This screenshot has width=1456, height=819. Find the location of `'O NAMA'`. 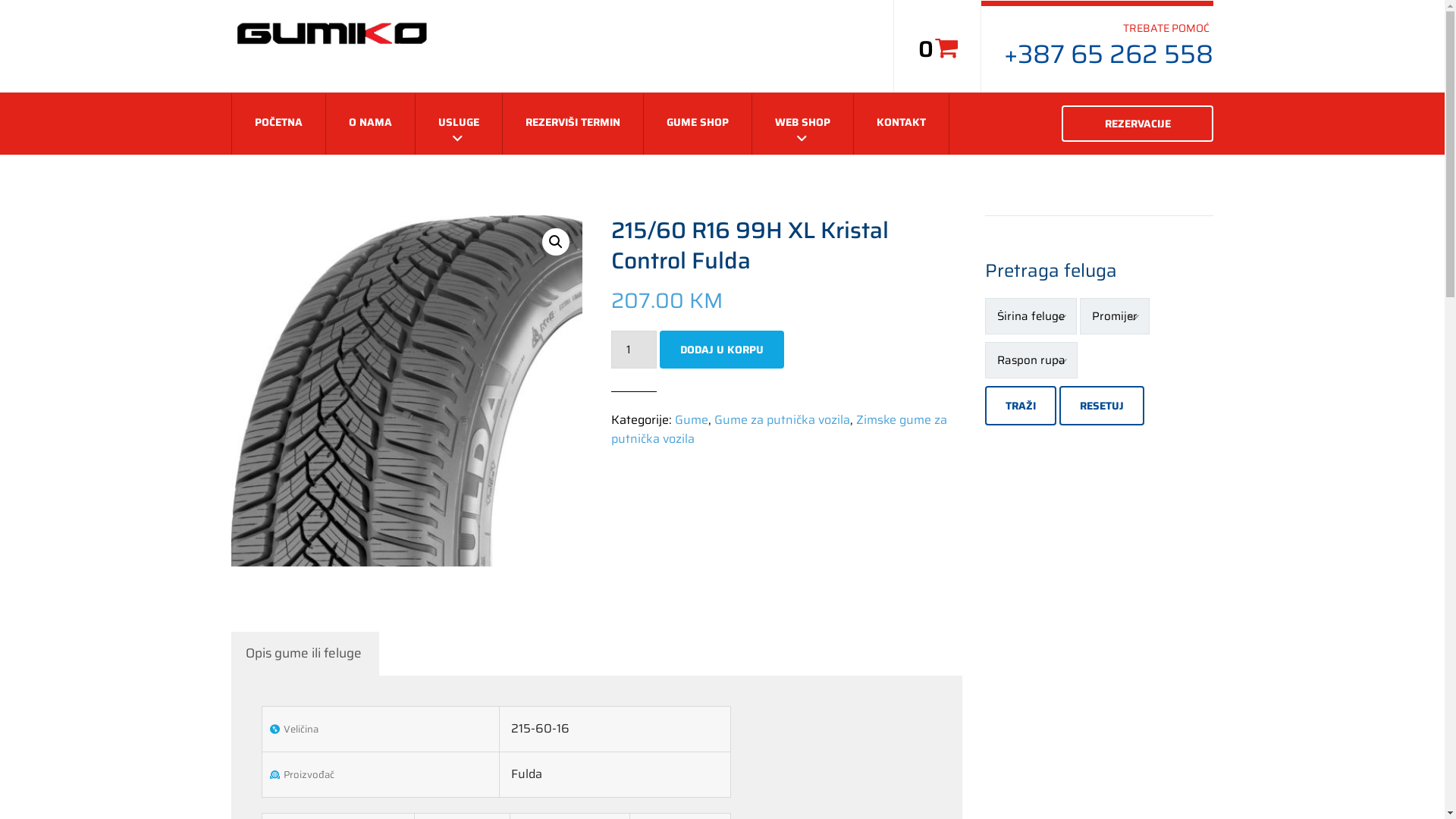

'O NAMA' is located at coordinates (370, 122).